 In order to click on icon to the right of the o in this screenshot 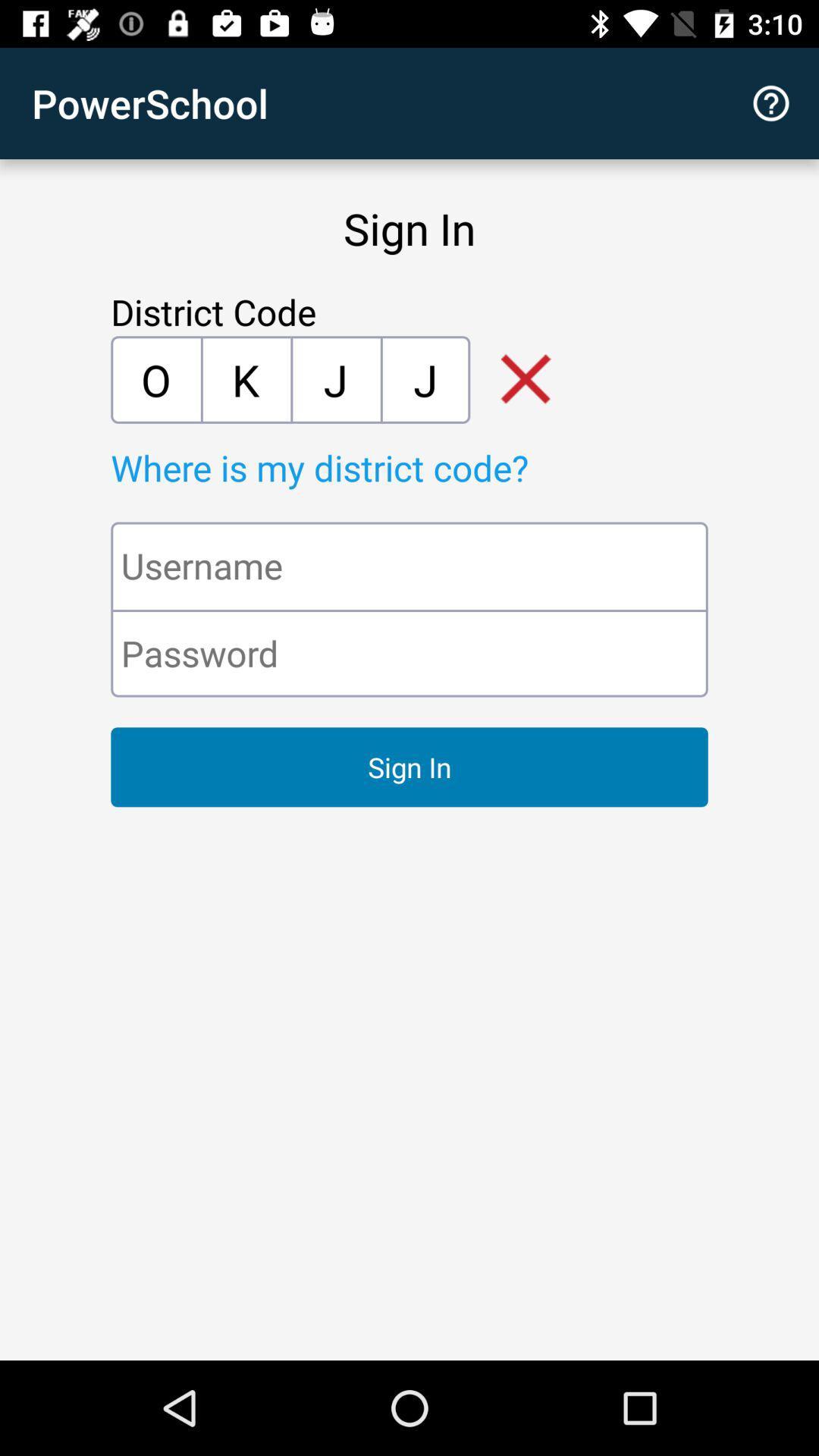, I will do `click(245, 379)`.